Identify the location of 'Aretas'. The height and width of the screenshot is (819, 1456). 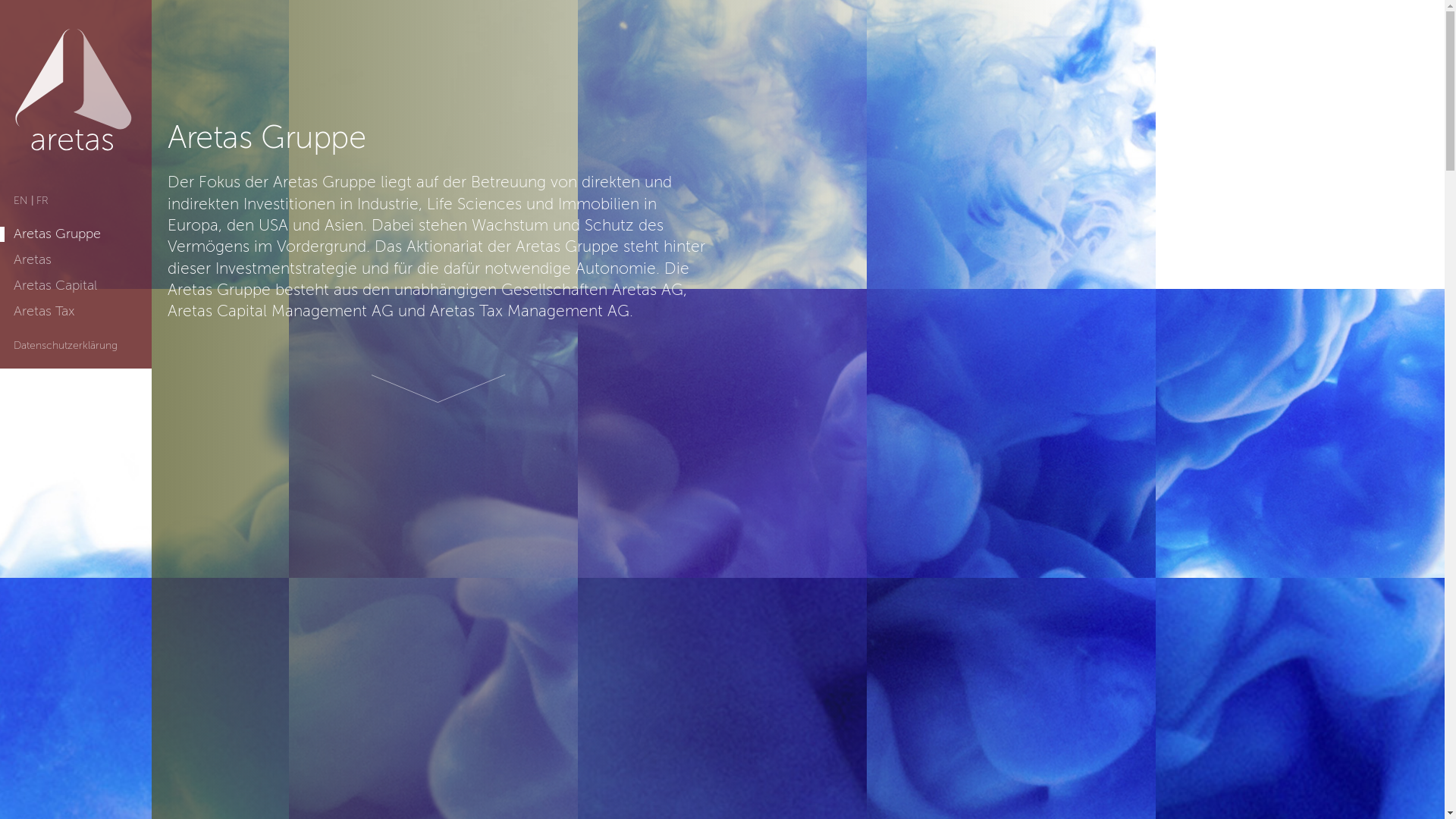
(33, 259).